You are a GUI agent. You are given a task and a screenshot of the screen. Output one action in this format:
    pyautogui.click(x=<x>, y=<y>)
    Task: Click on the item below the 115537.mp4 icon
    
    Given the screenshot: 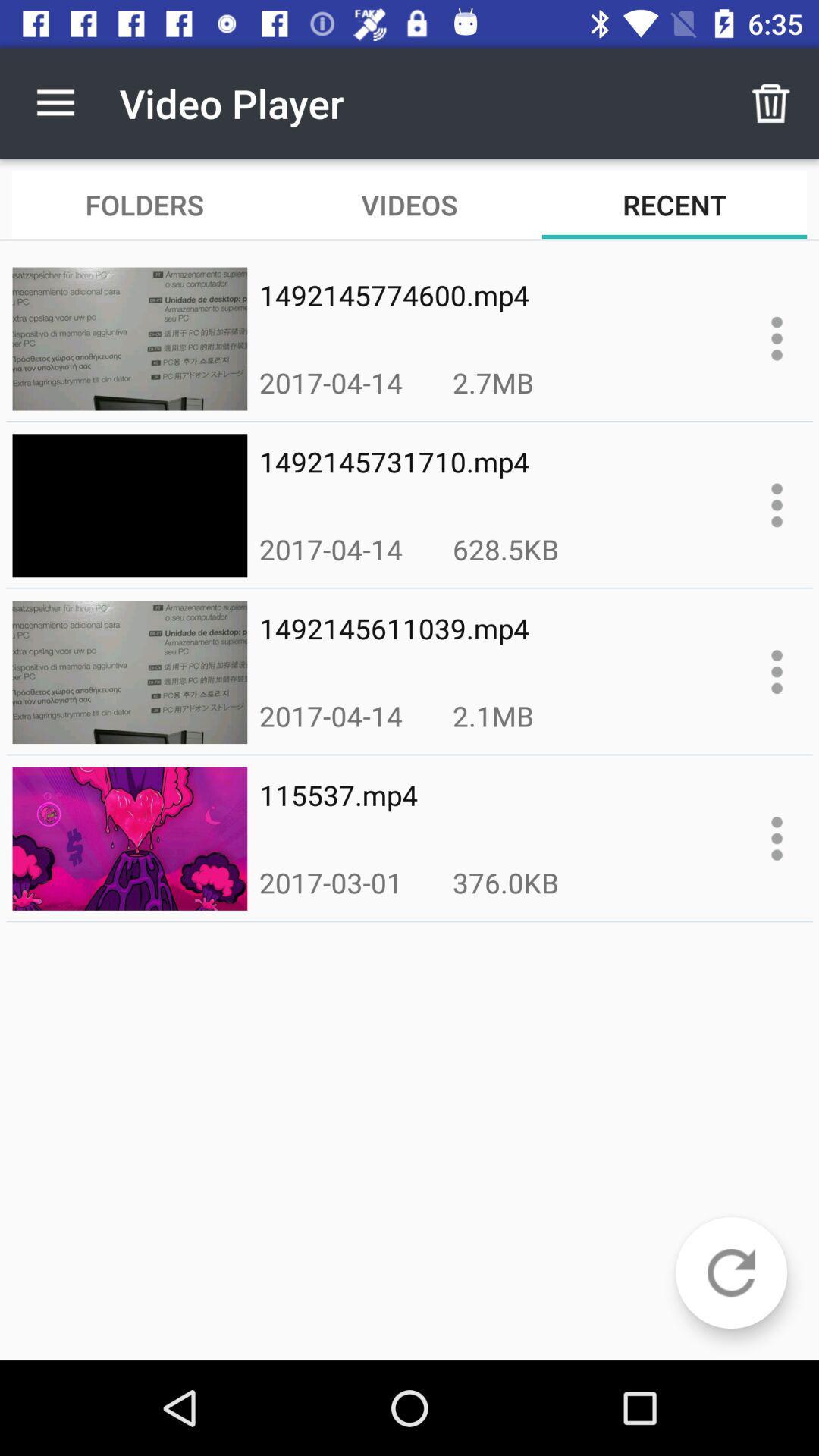 What is the action you would take?
    pyautogui.click(x=330, y=882)
    